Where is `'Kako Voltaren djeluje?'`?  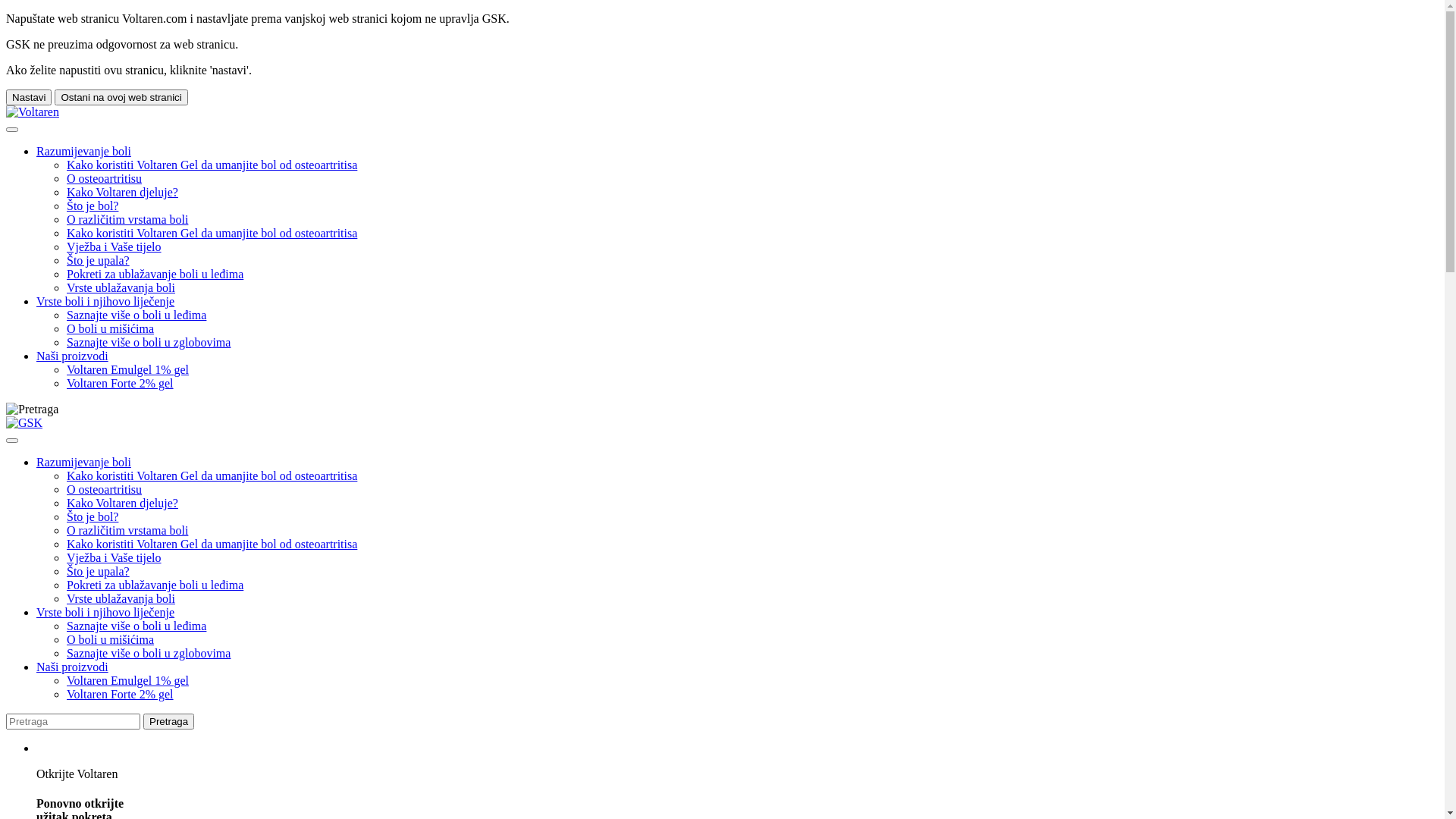
'Kako Voltaren djeluje?' is located at coordinates (122, 191).